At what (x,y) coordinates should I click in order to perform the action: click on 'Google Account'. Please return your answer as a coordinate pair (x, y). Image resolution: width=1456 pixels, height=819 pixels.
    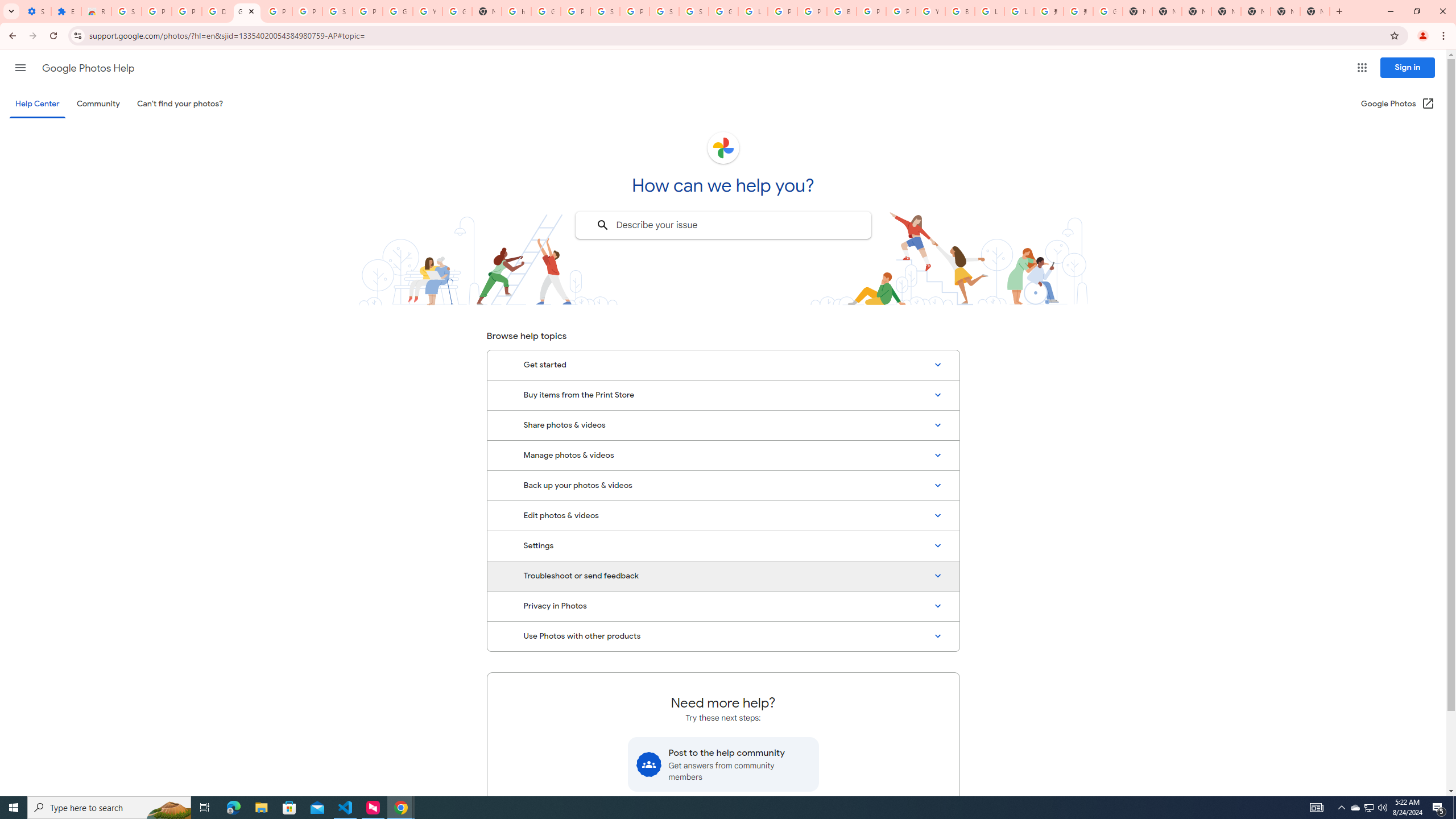
    Looking at the image, I should click on (396, 11).